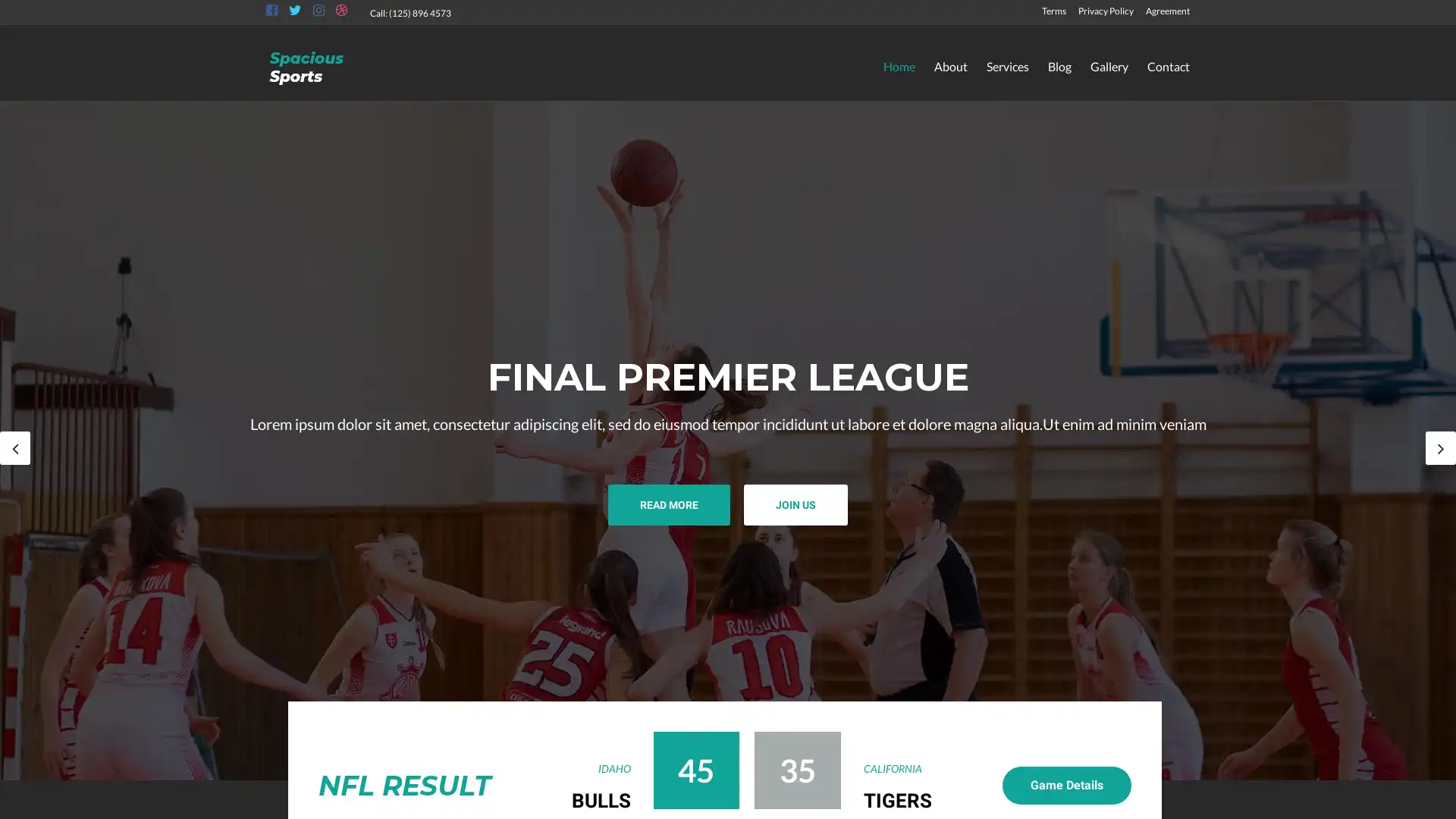  Describe the element at coordinates (1065, 785) in the screenshot. I see `Game Details` at that location.